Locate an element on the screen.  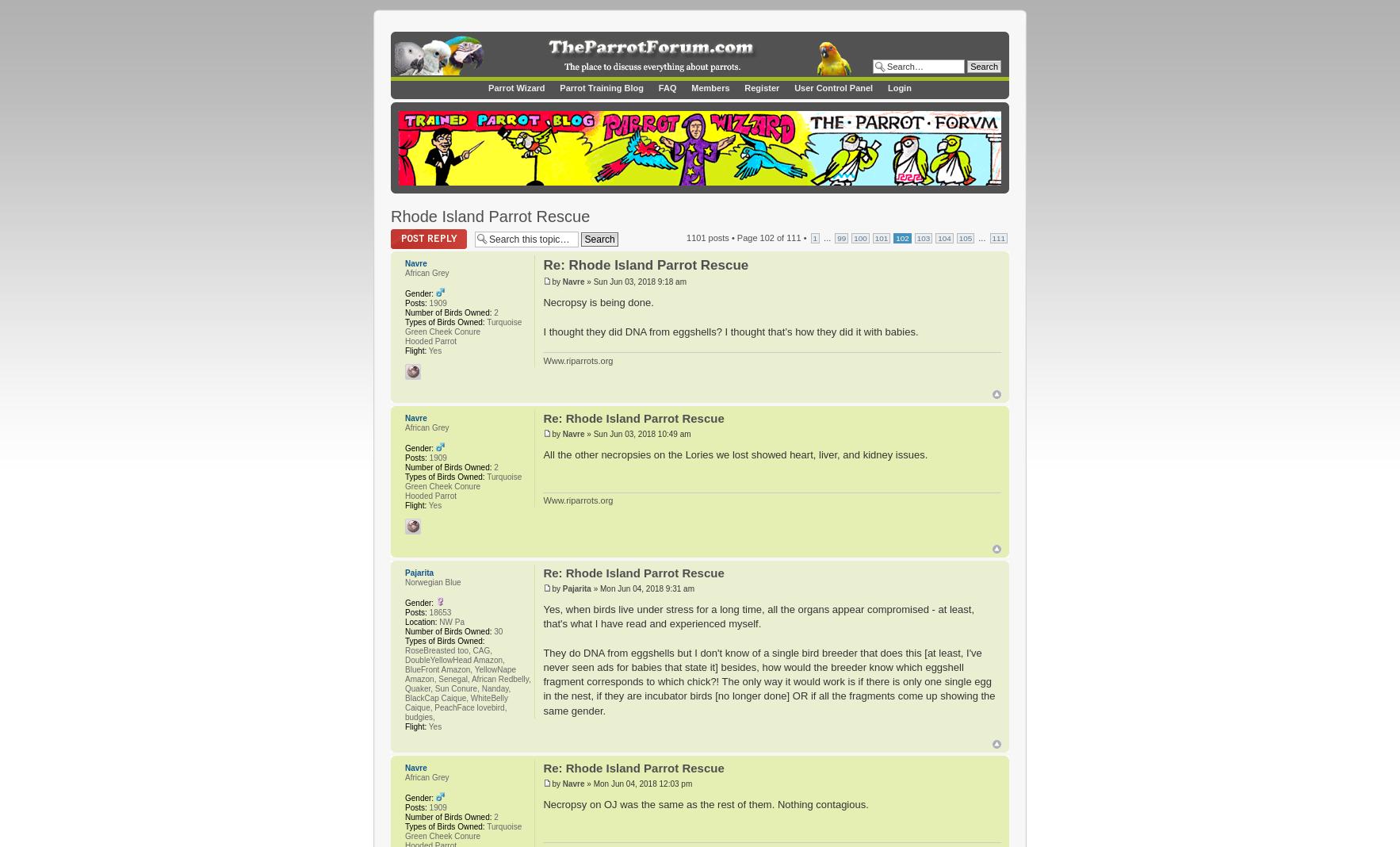
'» Mon Jun 04, 2018 9:31 am' is located at coordinates (642, 588).